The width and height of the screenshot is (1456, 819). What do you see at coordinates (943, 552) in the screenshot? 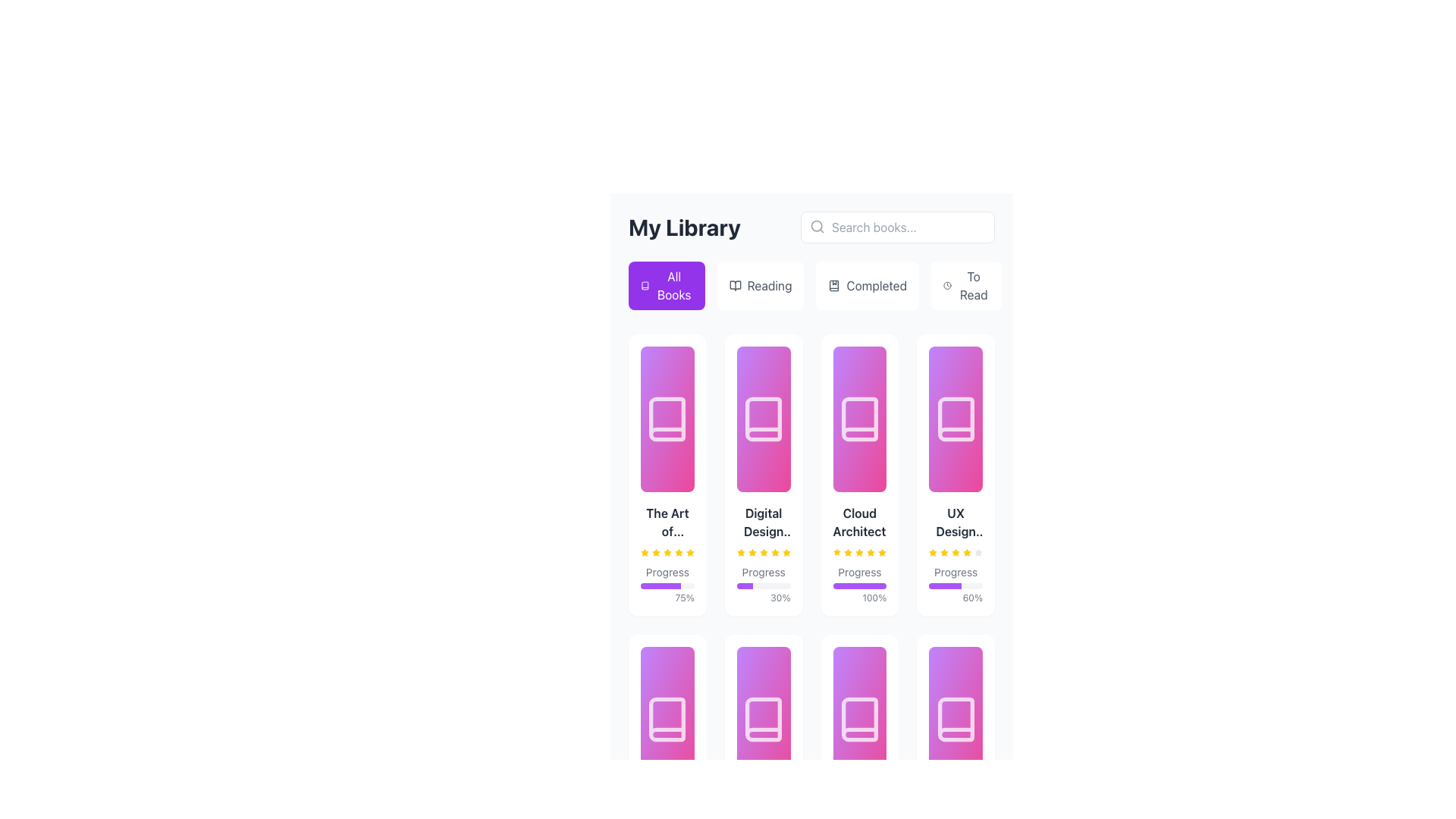
I see `the fourth star in the star rating component under the 'UX Design' book card` at bounding box center [943, 552].